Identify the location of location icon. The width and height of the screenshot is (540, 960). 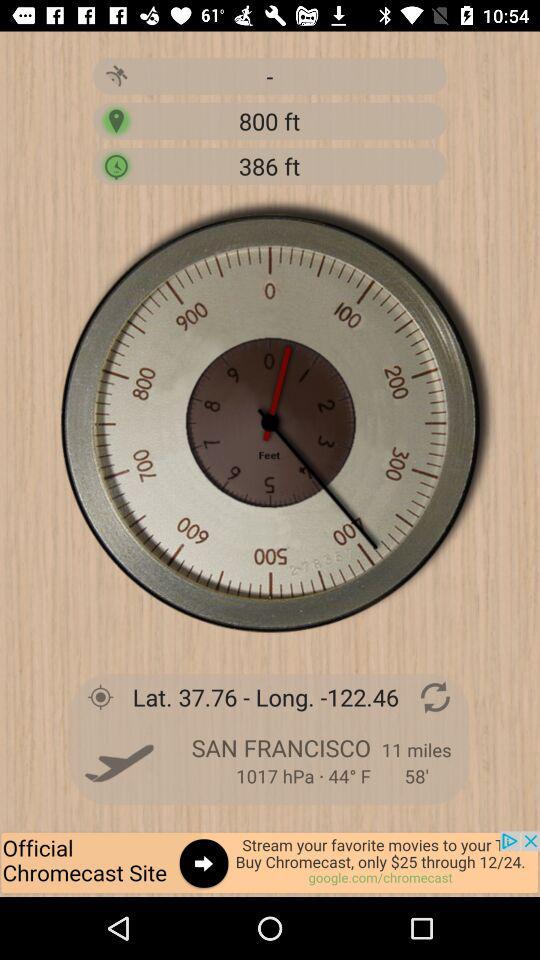
(116, 120).